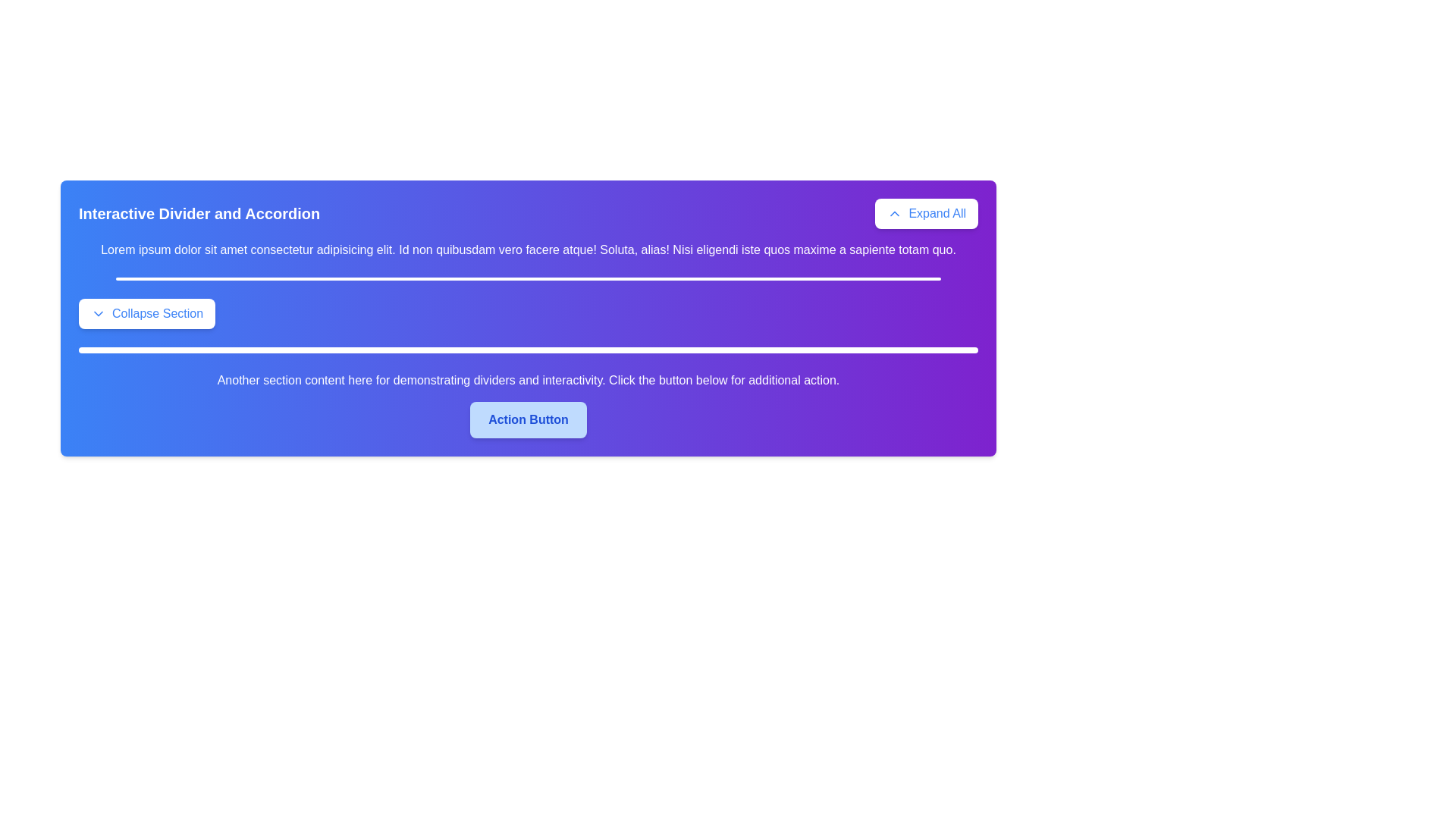 This screenshot has width=1456, height=819. What do you see at coordinates (528, 278) in the screenshot?
I see `the Divider element located between the paragraph text and the 'Collapse Section' button to enhance content separation` at bounding box center [528, 278].